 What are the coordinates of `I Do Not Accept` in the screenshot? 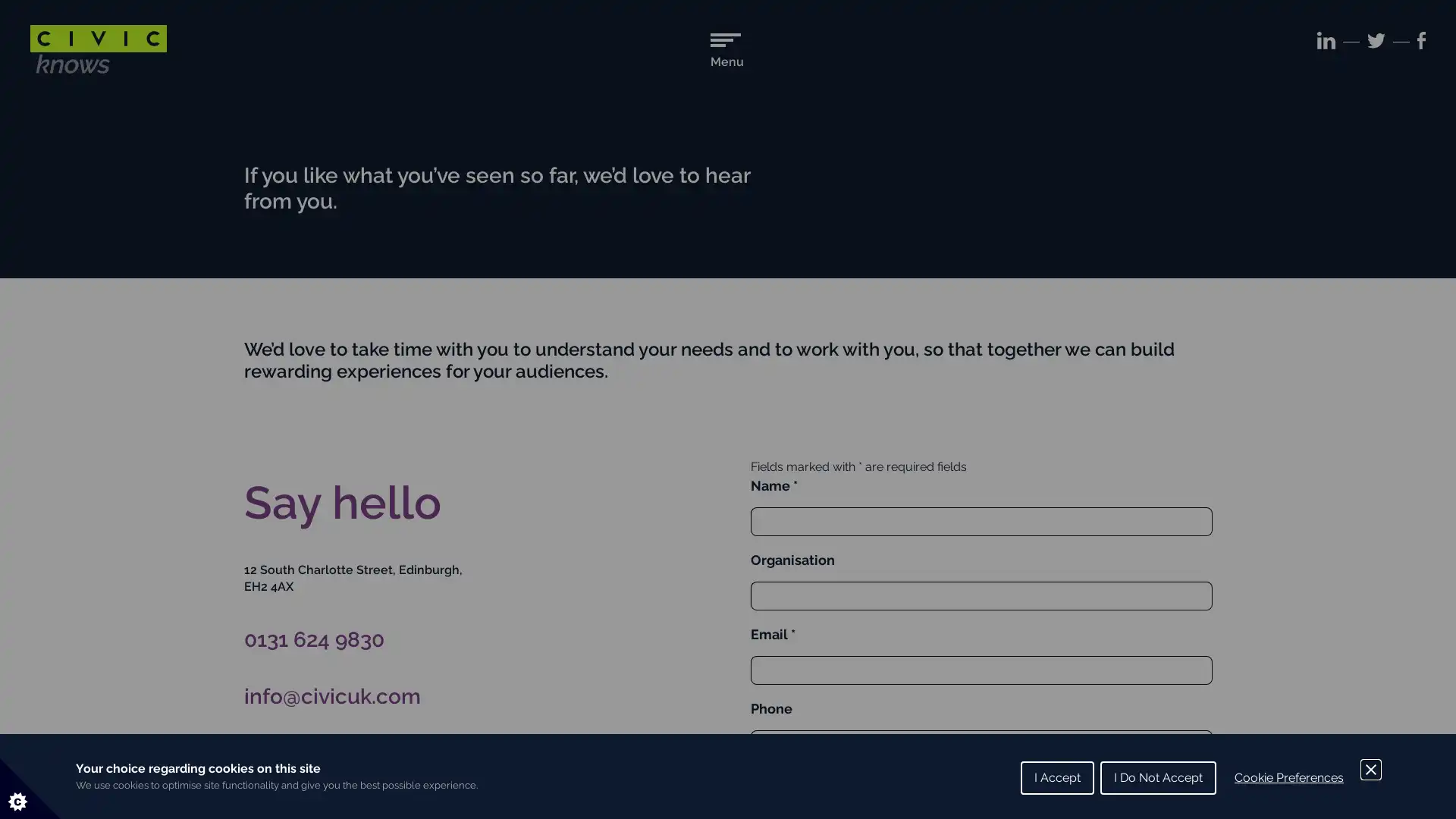 It's located at (1157, 778).